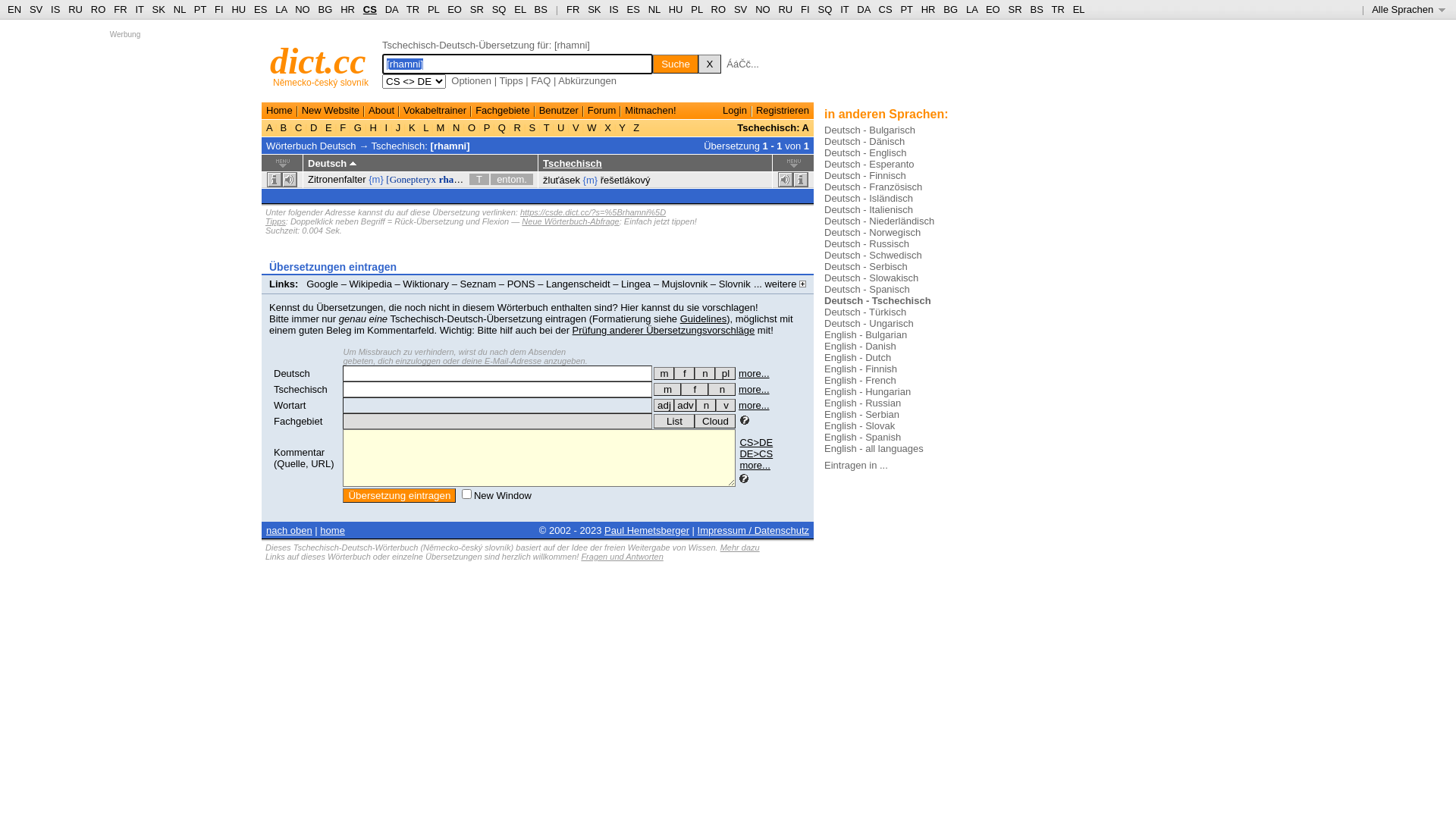 This screenshot has width=1456, height=819. What do you see at coordinates (702, 318) in the screenshot?
I see `'Guidelines'` at bounding box center [702, 318].